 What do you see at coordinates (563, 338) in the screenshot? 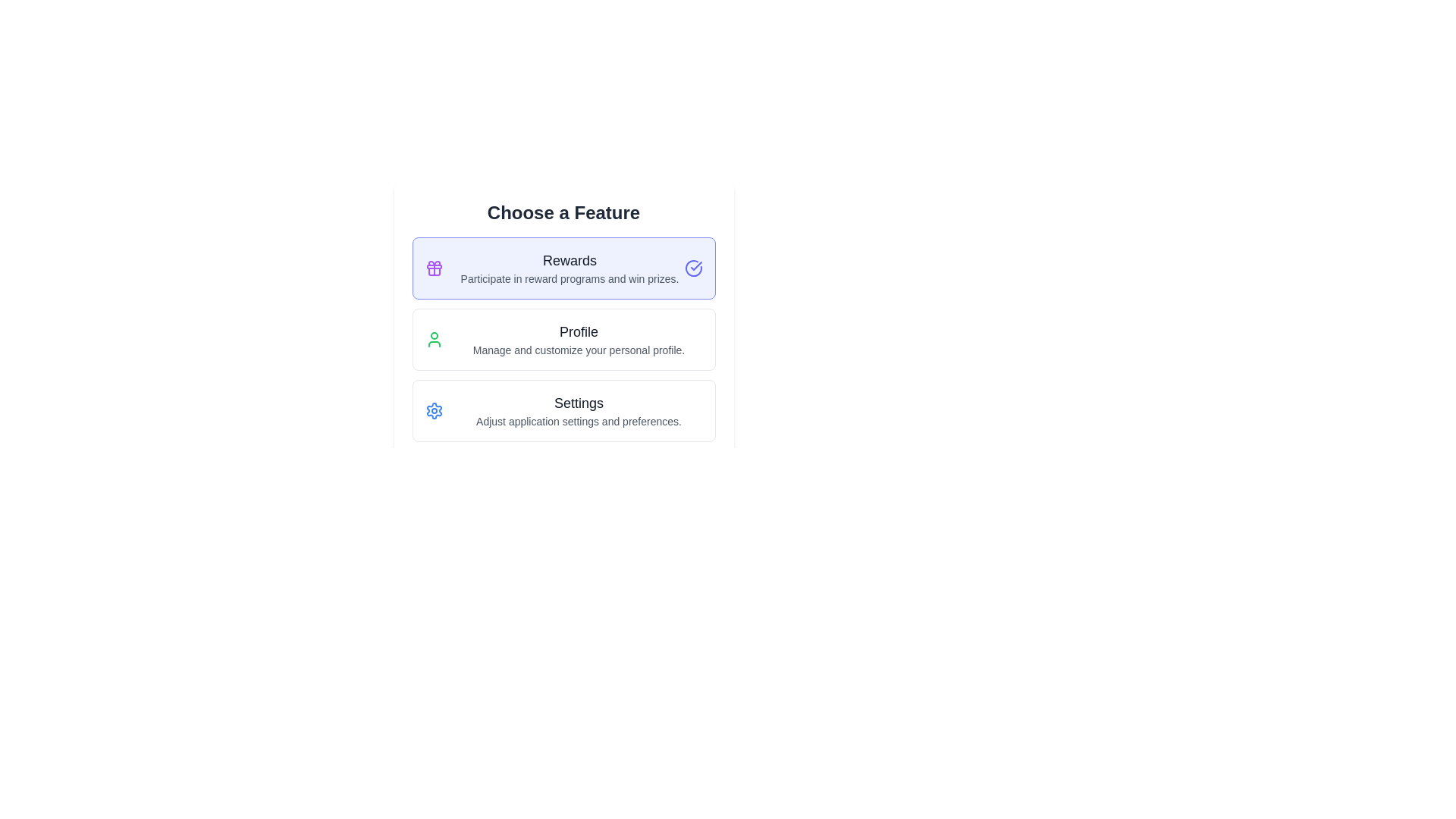
I see `the second interactive card in the vertical column for profile management` at bounding box center [563, 338].